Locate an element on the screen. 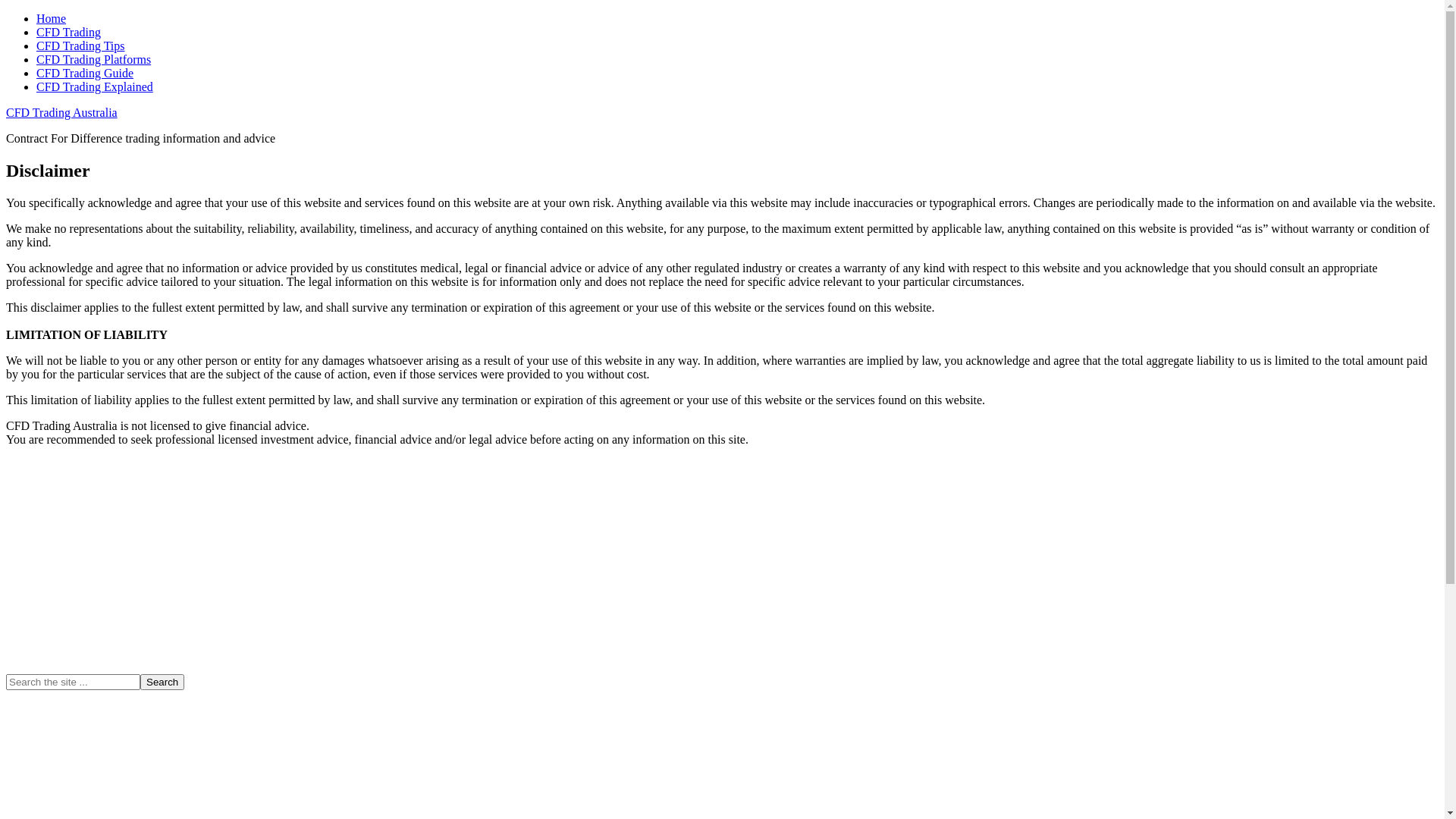 The image size is (1456, 819). 'CFD Trading' is located at coordinates (67, 32).